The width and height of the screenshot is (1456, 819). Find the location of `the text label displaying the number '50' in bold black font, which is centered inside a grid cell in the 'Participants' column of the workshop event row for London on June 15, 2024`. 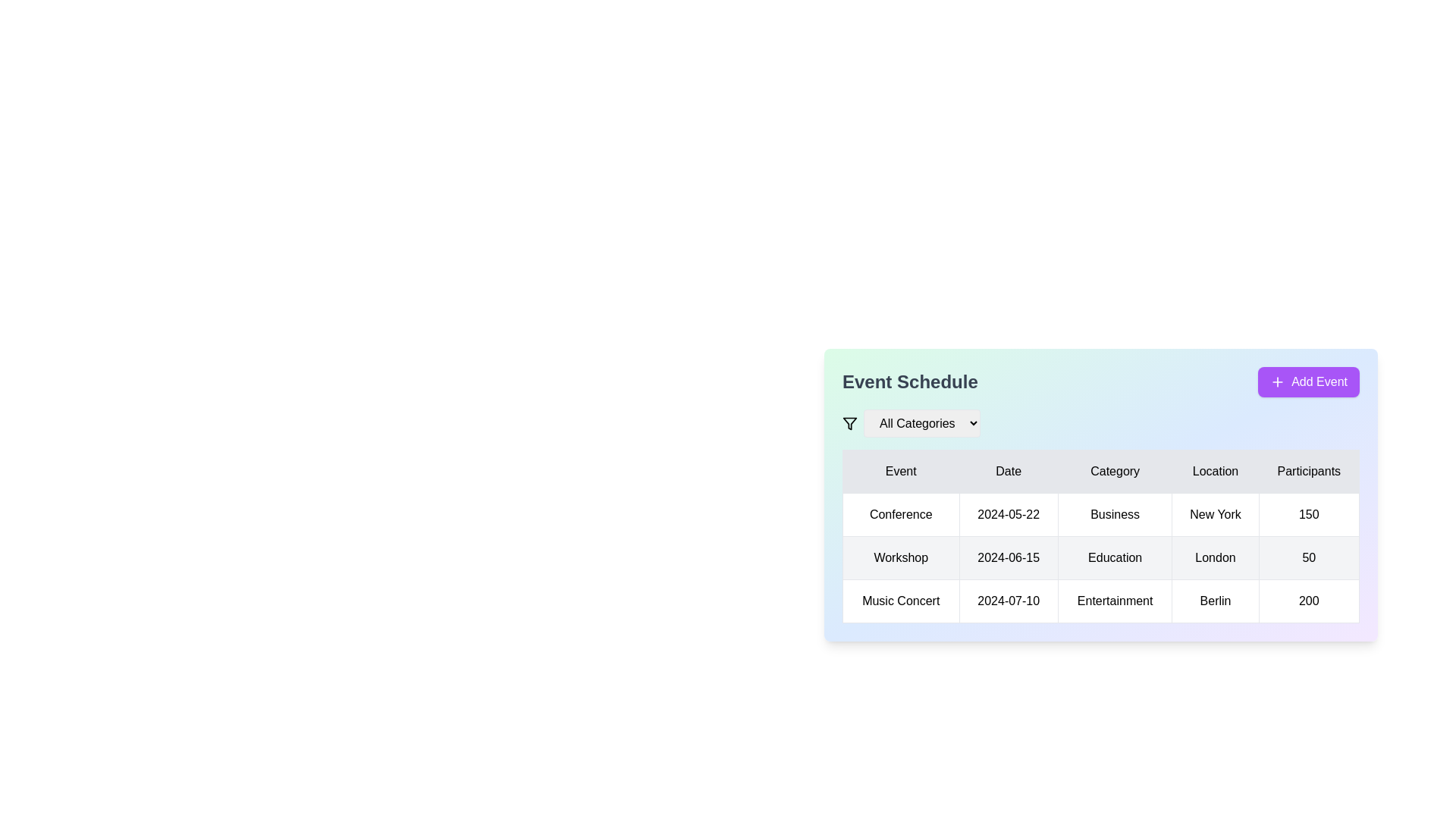

the text label displaying the number '50' in bold black font, which is centered inside a grid cell in the 'Participants' column of the workshop event row for London on June 15, 2024 is located at coordinates (1308, 558).